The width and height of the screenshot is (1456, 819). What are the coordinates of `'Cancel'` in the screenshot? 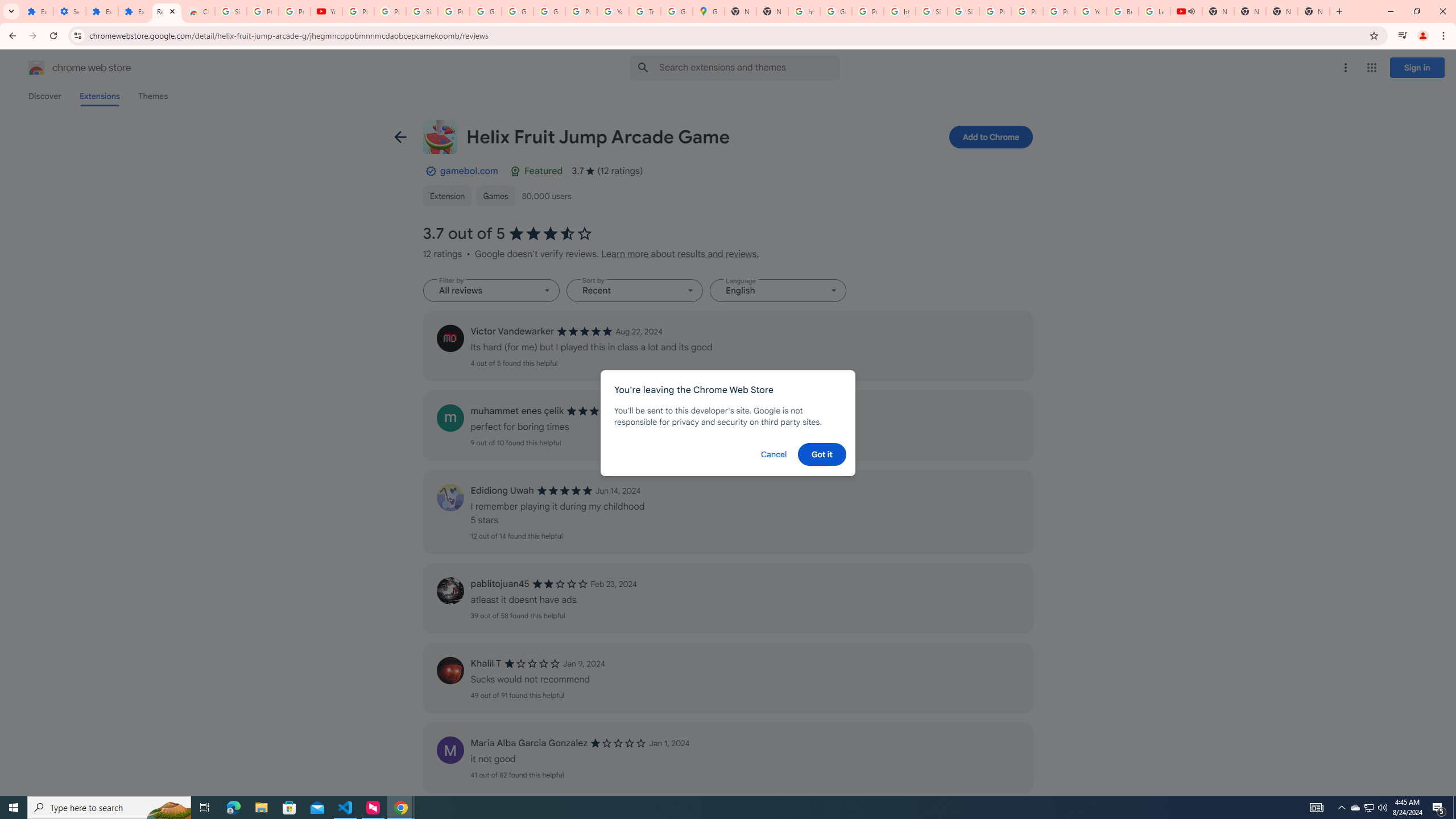 It's located at (773, 453).